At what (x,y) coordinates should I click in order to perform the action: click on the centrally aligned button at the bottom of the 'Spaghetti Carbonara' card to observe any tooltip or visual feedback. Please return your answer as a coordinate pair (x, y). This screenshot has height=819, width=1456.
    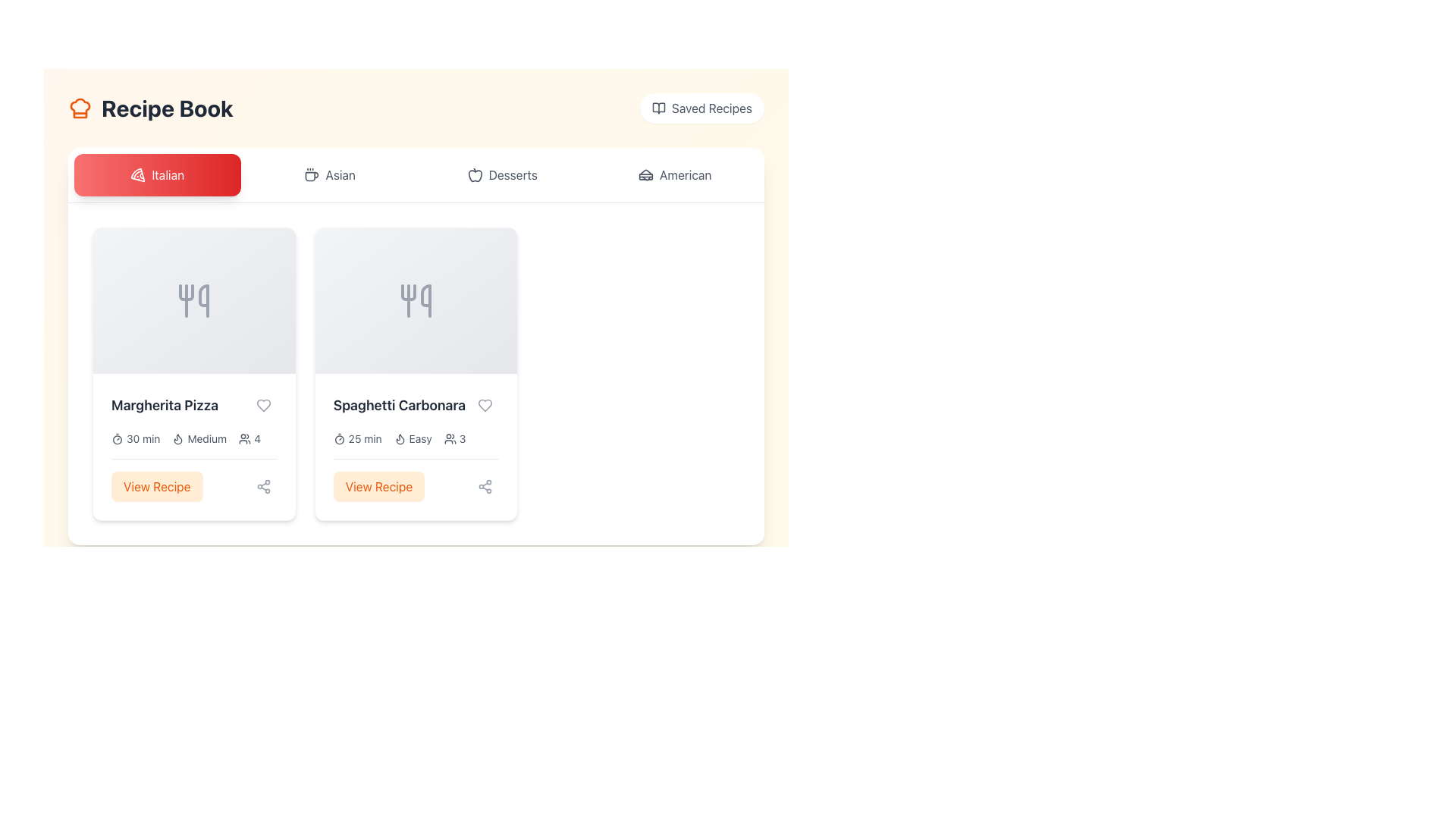
    Looking at the image, I should click on (378, 486).